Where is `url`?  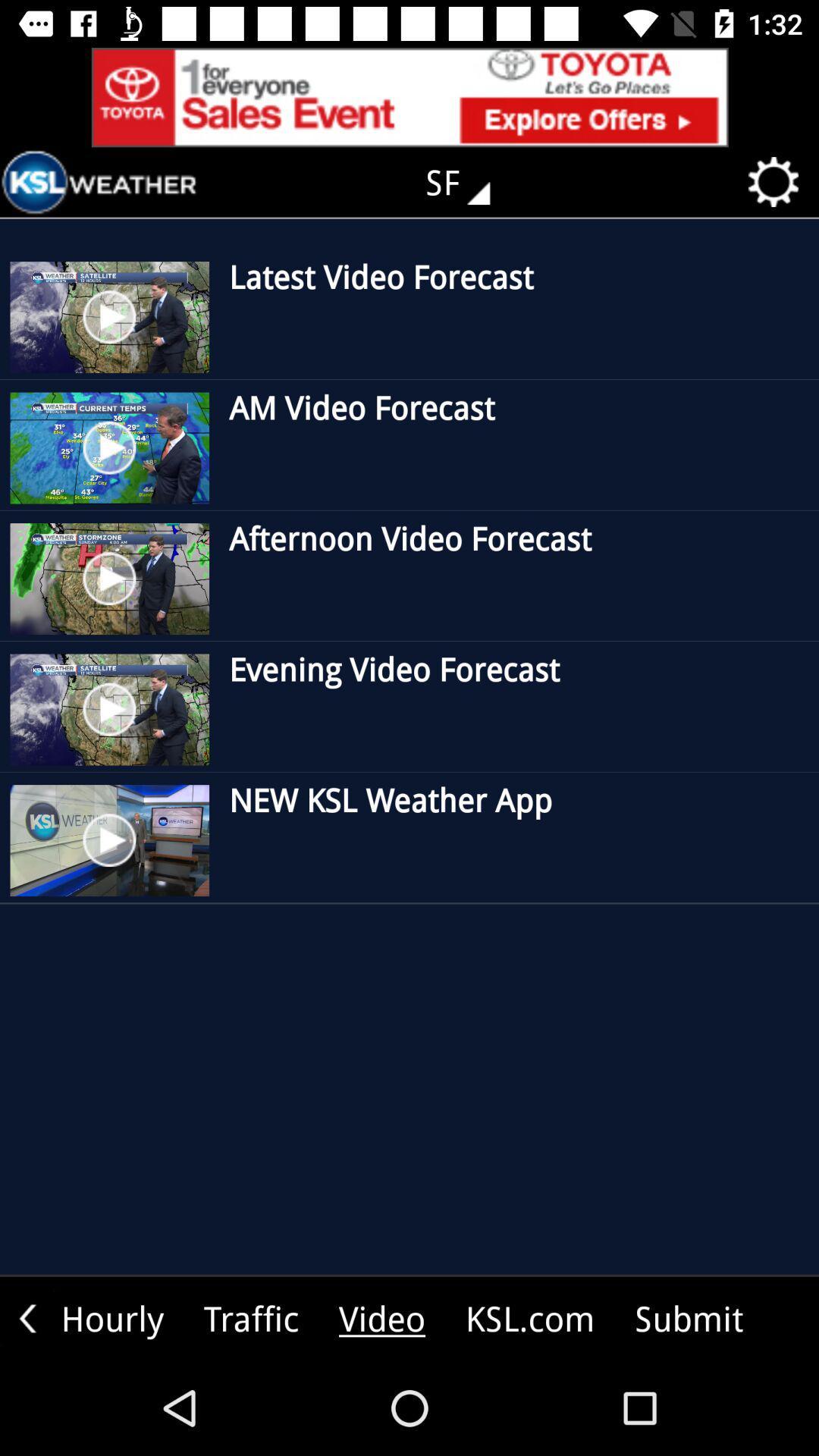
url is located at coordinates (409, 96).